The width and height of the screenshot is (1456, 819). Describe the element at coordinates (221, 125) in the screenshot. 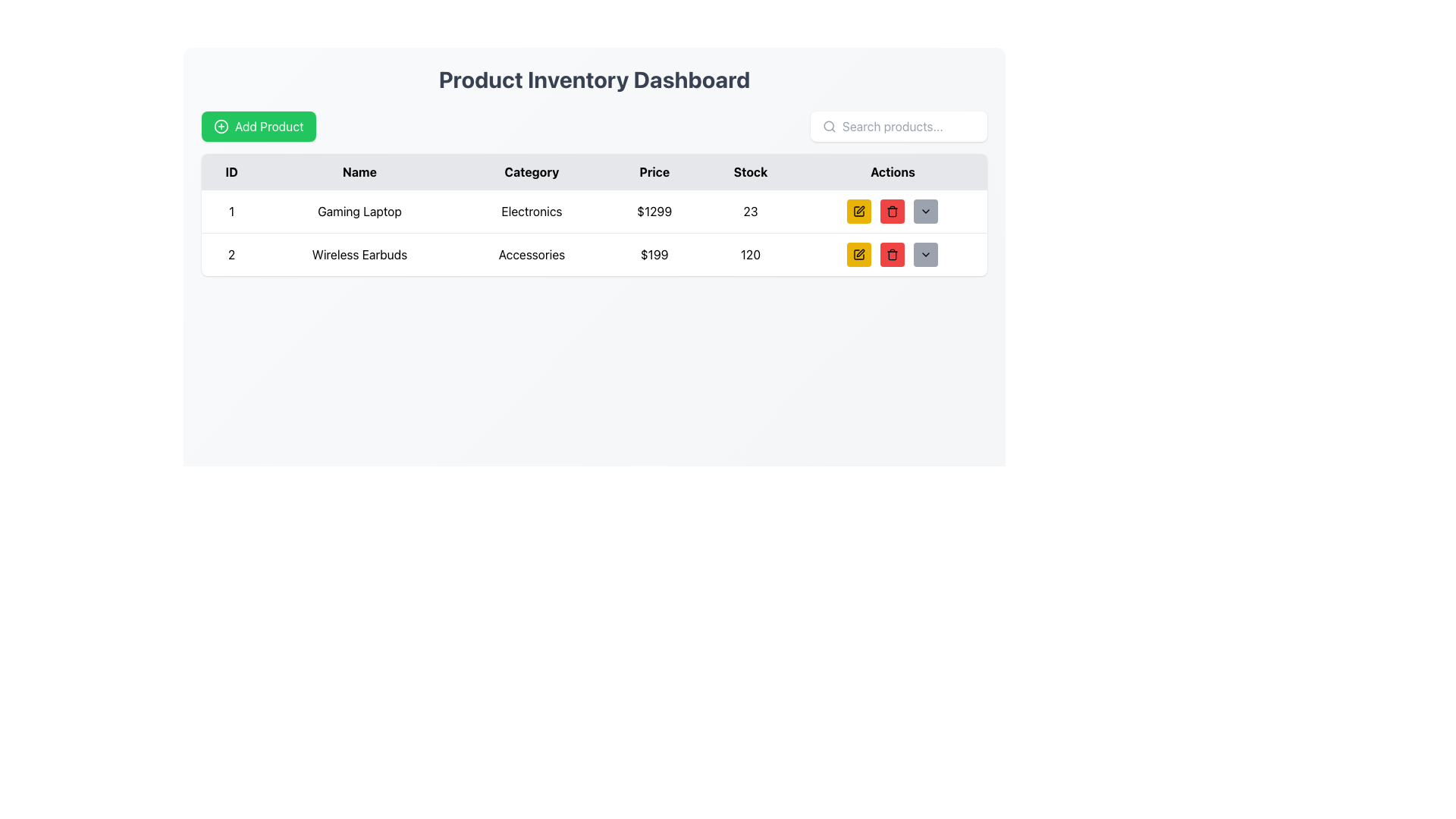

I see `the circular icon with a plus symbol in the center` at that location.